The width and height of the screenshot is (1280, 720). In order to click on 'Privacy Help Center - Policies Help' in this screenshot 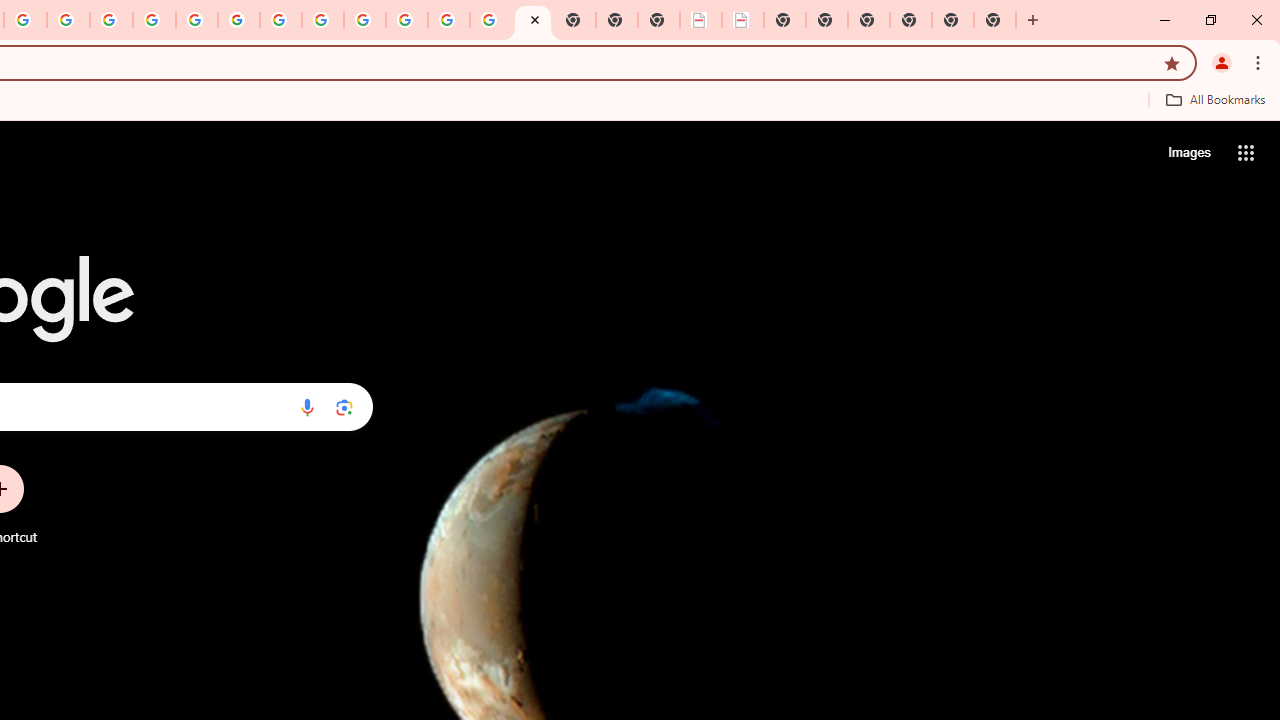, I will do `click(110, 20)`.